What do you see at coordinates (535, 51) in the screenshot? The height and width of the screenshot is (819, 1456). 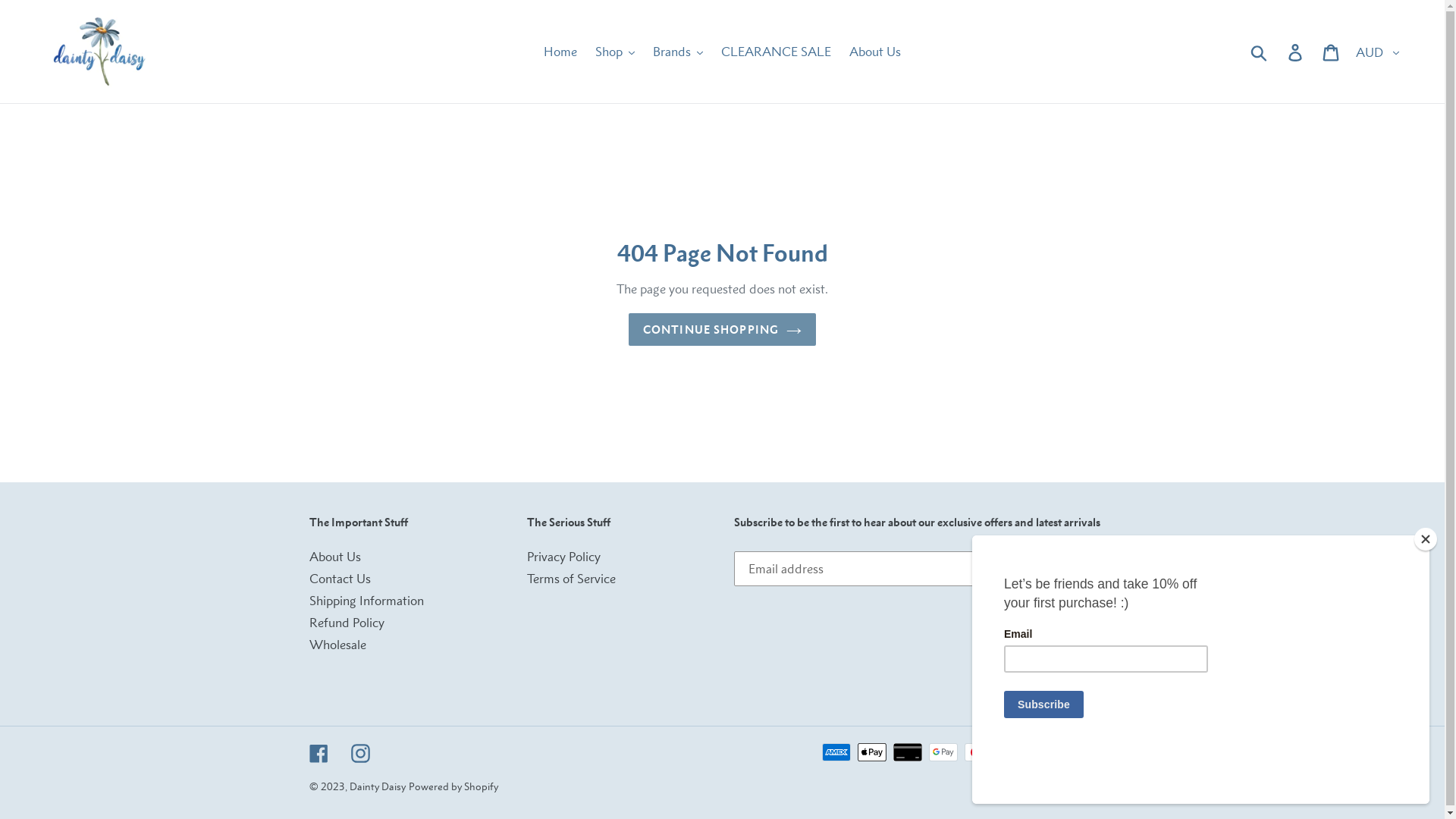 I see `'Home'` at bounding box center [535, 51].